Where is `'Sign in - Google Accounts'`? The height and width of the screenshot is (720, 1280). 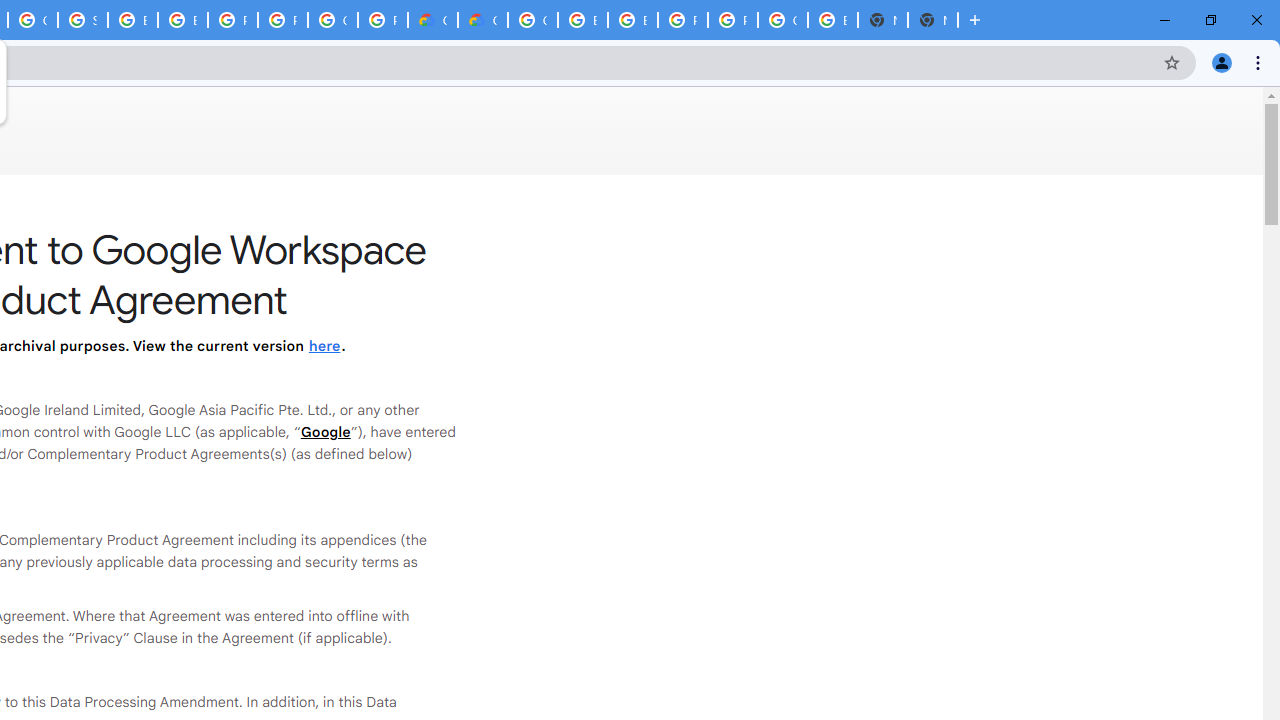 'Sign in - Google Accounts' is located at coordinates (81, 20).